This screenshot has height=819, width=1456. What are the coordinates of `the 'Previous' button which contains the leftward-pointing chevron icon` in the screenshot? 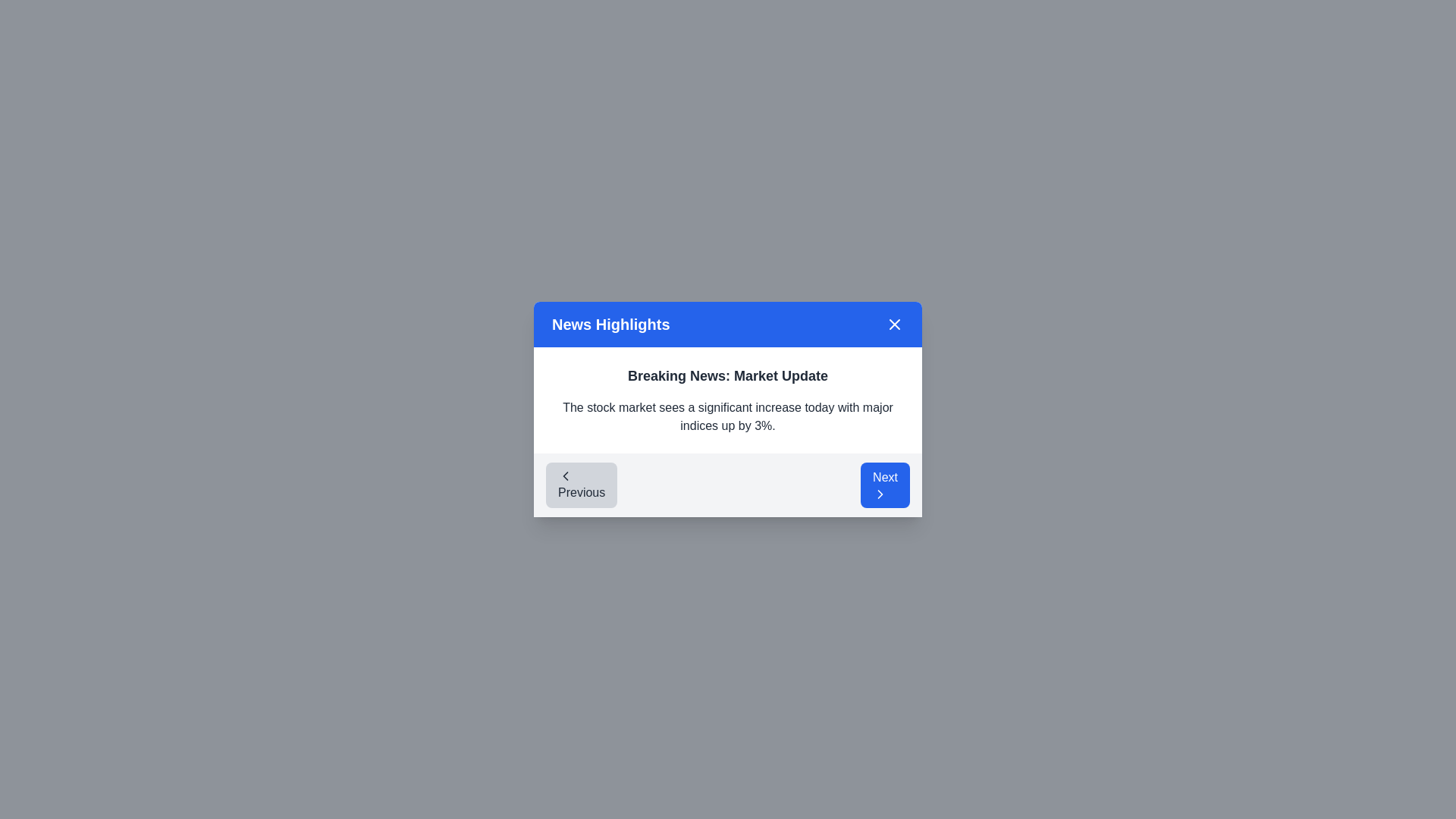 It's located at (564, 475).